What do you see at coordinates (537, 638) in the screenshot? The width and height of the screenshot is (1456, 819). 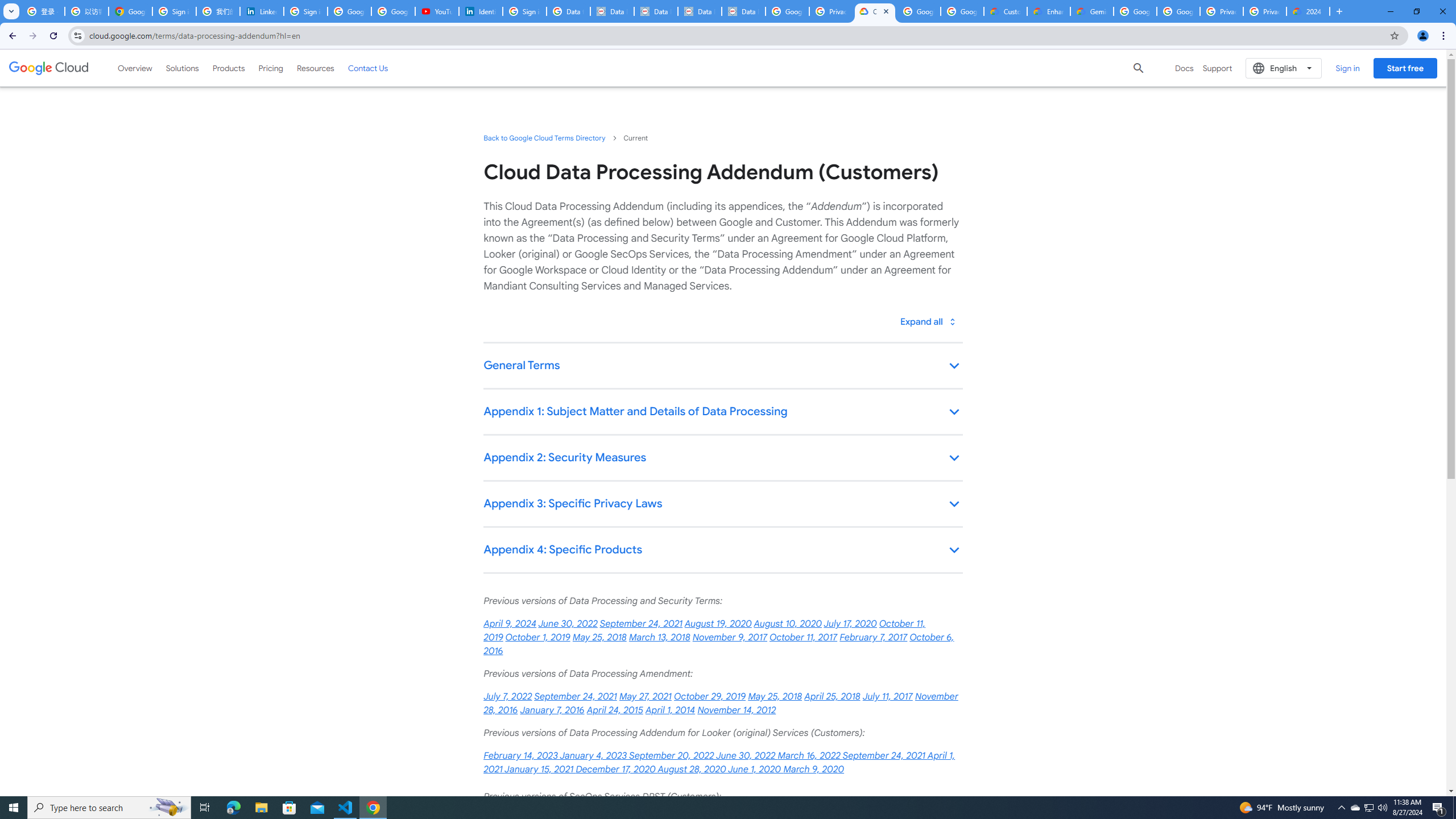 I see `'October 1, 2019'` at bounding box center [537, 638].